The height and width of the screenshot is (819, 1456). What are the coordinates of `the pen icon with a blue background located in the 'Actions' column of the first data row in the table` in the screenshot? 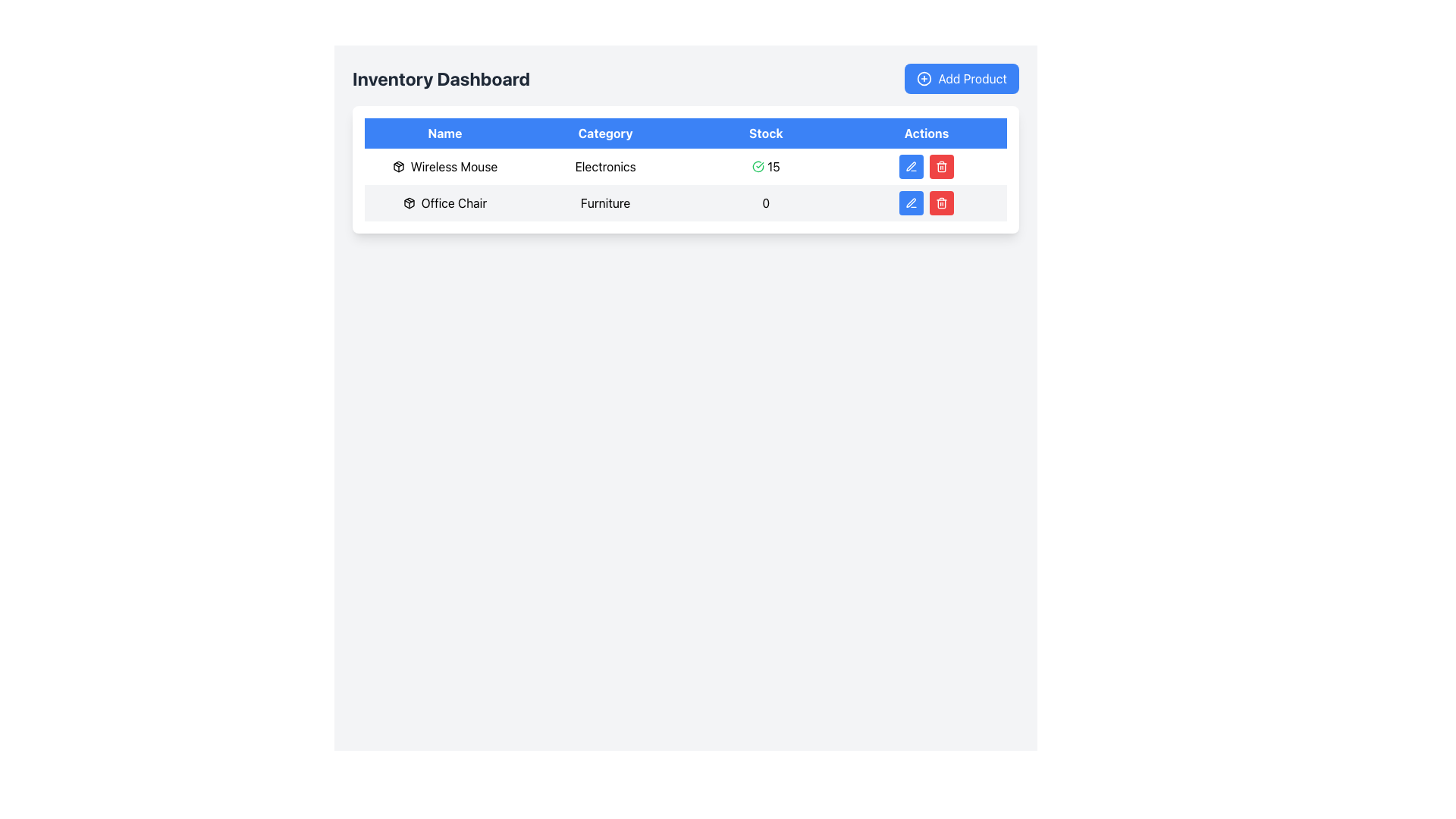 It's located at (911, 166).